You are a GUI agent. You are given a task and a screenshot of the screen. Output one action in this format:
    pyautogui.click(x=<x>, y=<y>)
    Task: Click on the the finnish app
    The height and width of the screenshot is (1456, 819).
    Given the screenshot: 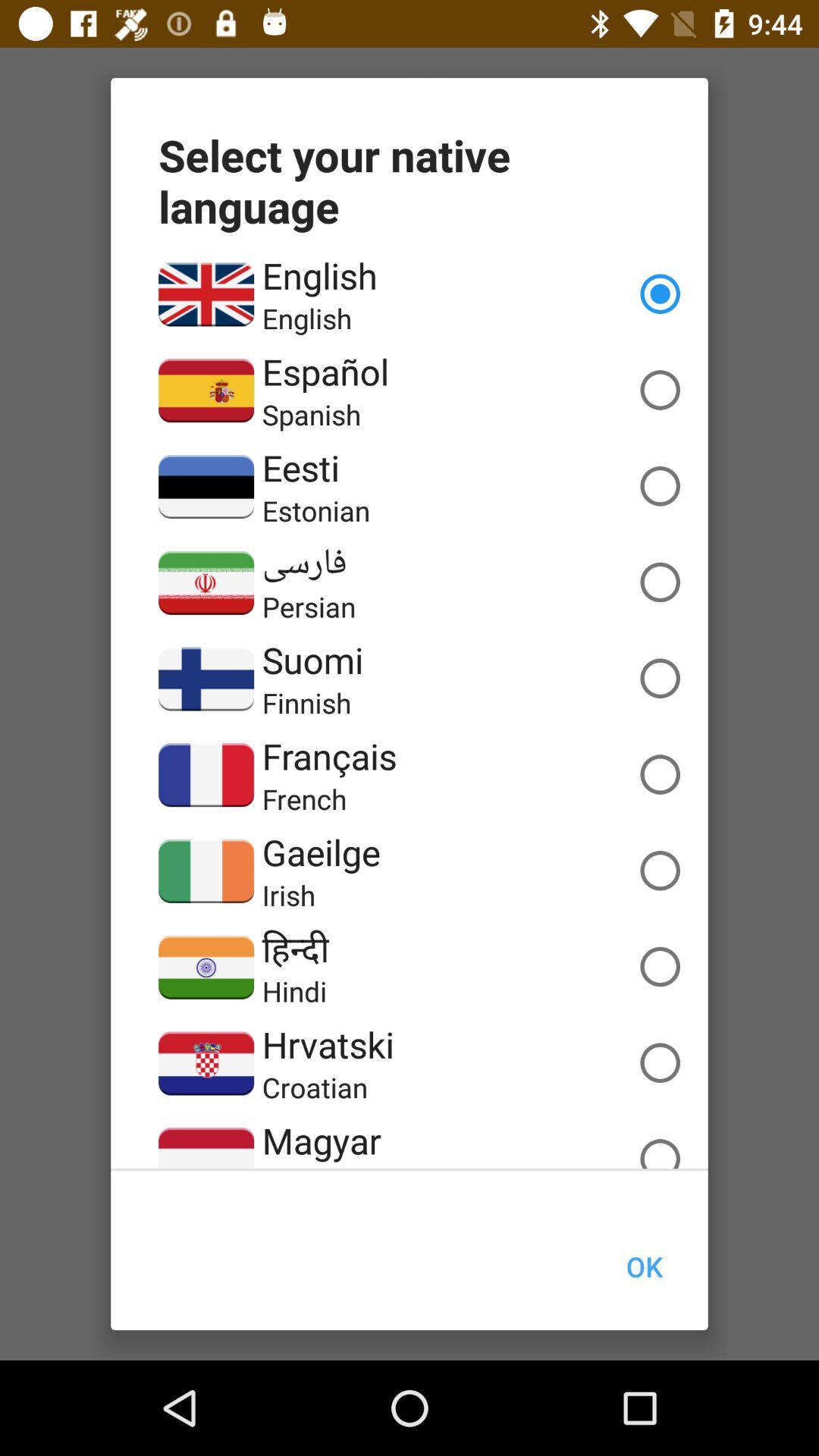 What is the action you would take?
    pyautogui.click(x=306, y=701)
    